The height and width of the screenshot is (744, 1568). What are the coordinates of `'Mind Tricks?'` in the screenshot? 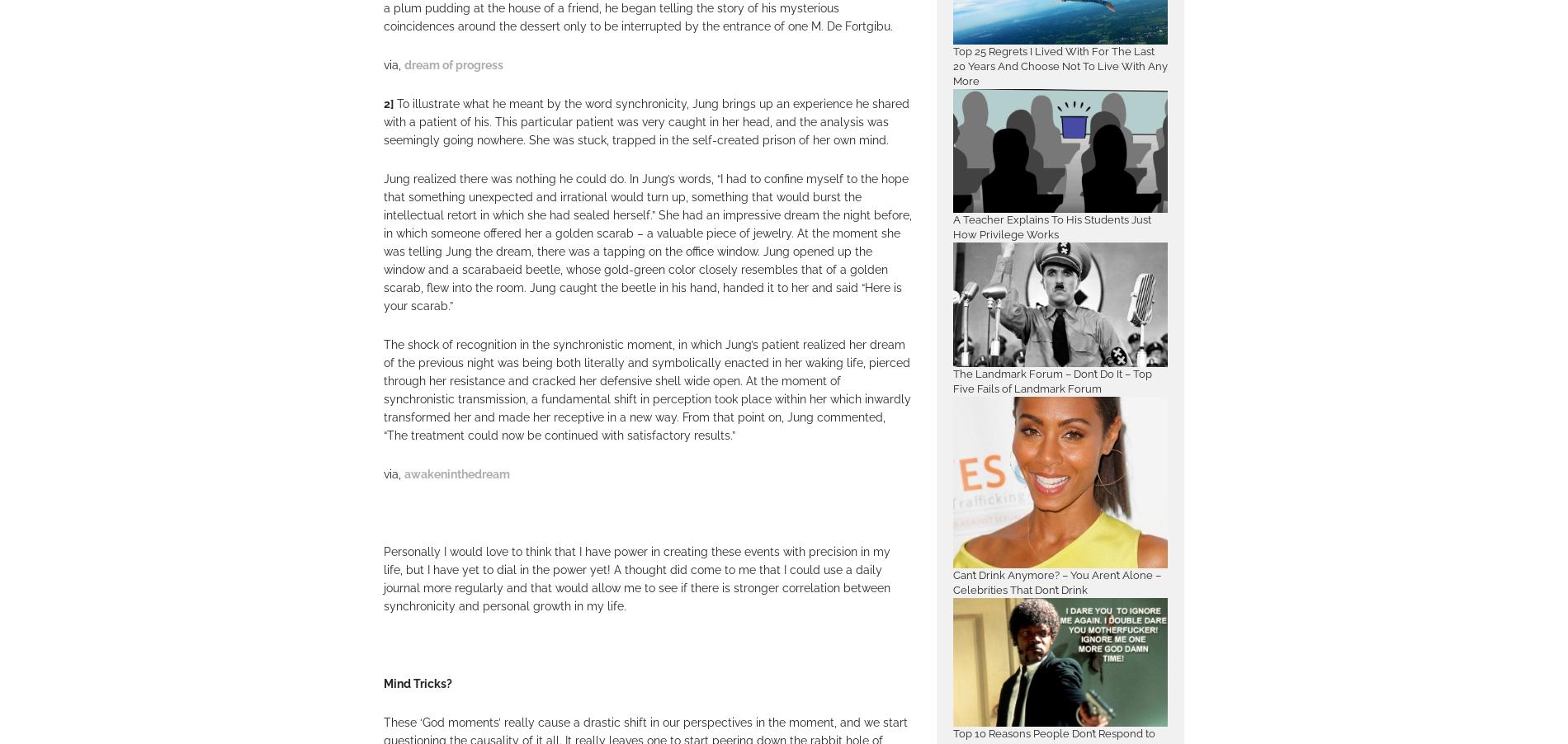 It's located at (418, 684).